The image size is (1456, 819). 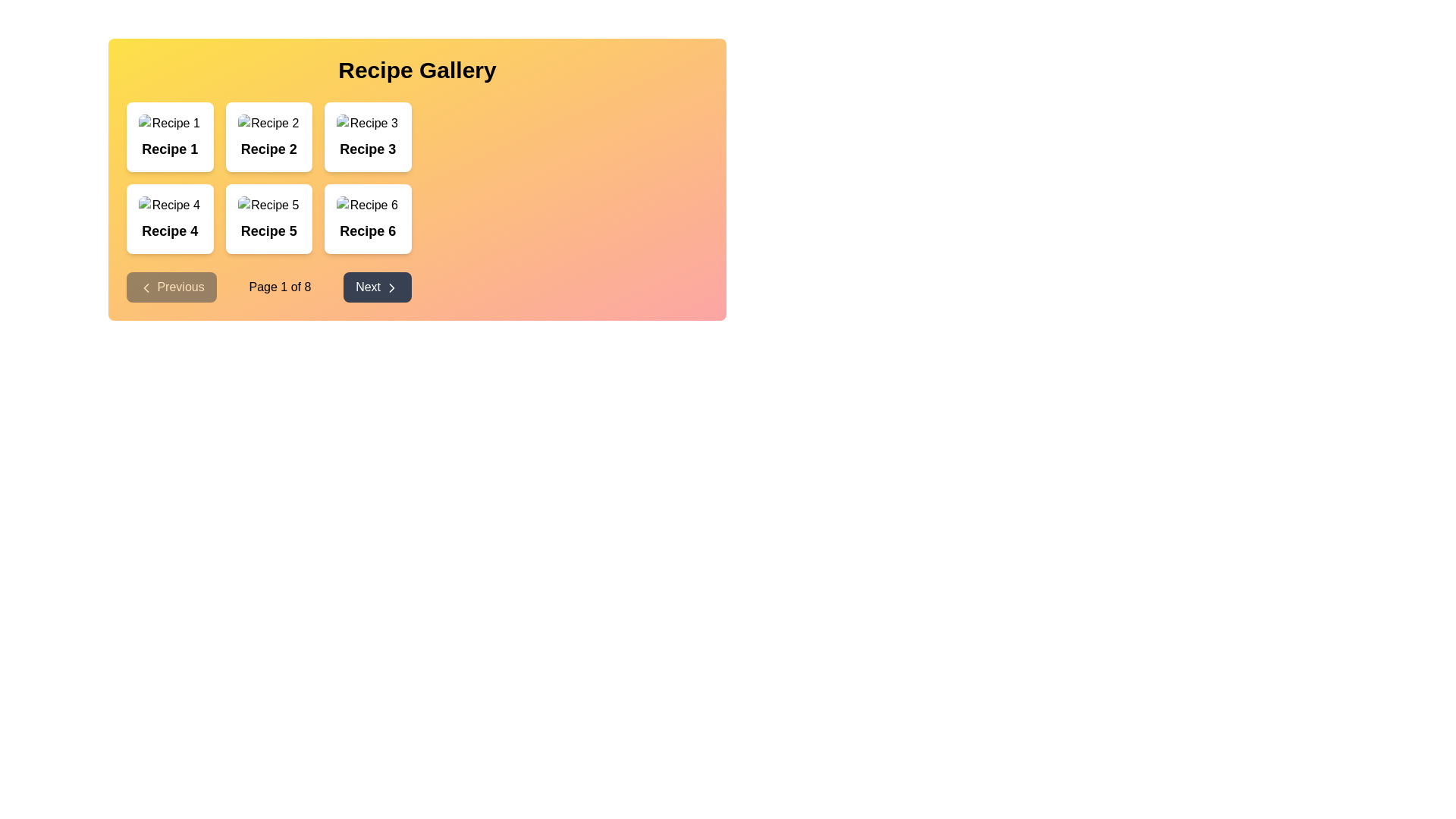 What do you see at coordinates (368, 122) in the screenshot?
I see `the image placeholder labeled 'Recipe Image'` at bounding box center [368, 122].